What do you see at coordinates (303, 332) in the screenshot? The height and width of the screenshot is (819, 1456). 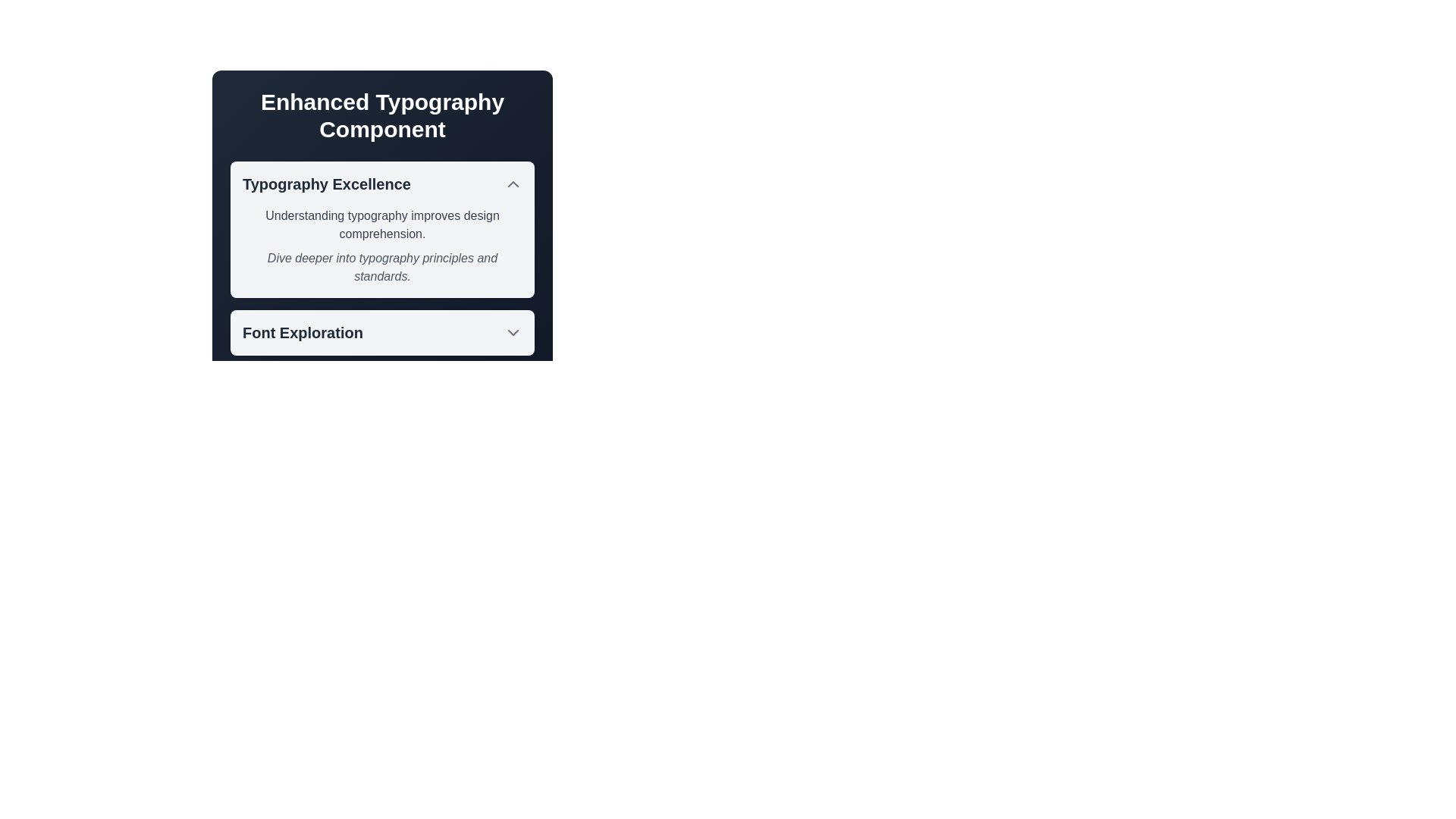 I see `the 'Font Exploration' text label, which is styled in bold, dark gray sans-serif font, positioned in the lower section of a card-like component` at bounding box center [303, 332].